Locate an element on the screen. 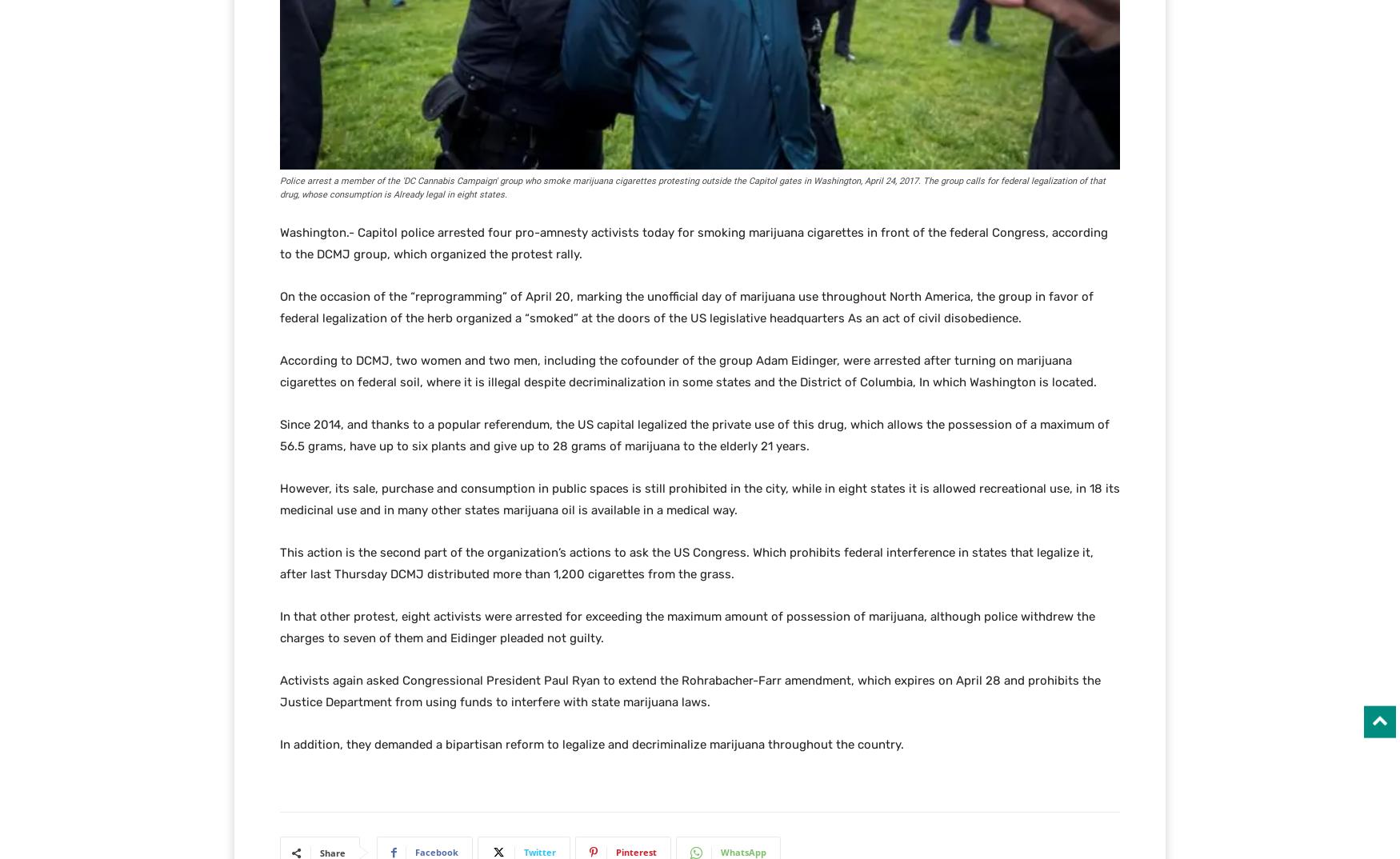 The image size is (1400, 859). 'This action is the second part of the organization’s actions to ask the US Congress. Which prohibits federal interference in states that legalize it, after last Thursday DCMJ distributed more than 1,200 cigarettes from the grass.' is located at coordinates (686, 563).